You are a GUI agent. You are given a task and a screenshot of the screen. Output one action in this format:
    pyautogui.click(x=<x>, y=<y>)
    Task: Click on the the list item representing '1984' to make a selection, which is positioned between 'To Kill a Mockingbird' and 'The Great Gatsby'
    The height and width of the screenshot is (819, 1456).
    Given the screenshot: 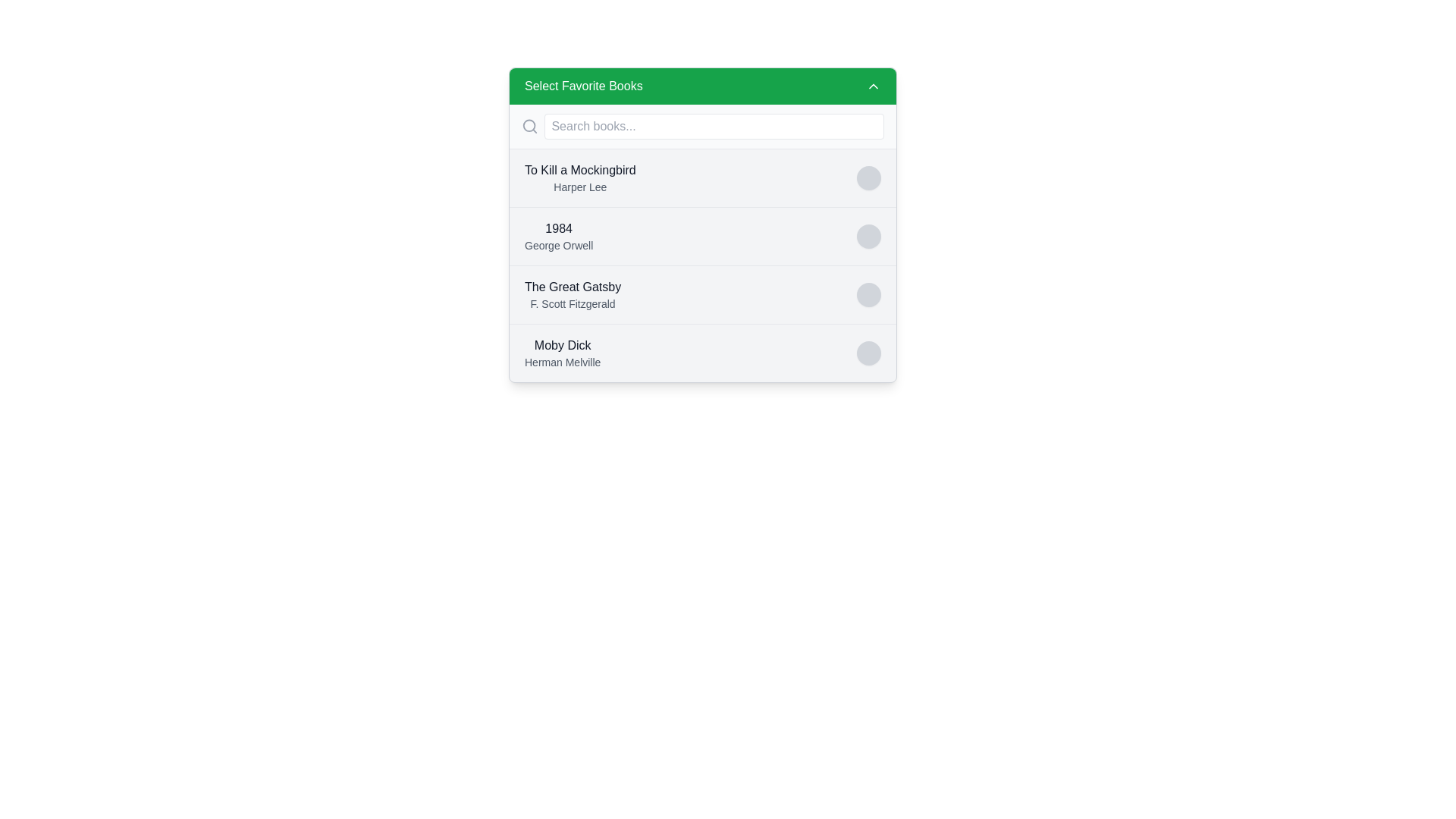 What is the action you would take?
    pyautogui.click(x=701, y=225)
    